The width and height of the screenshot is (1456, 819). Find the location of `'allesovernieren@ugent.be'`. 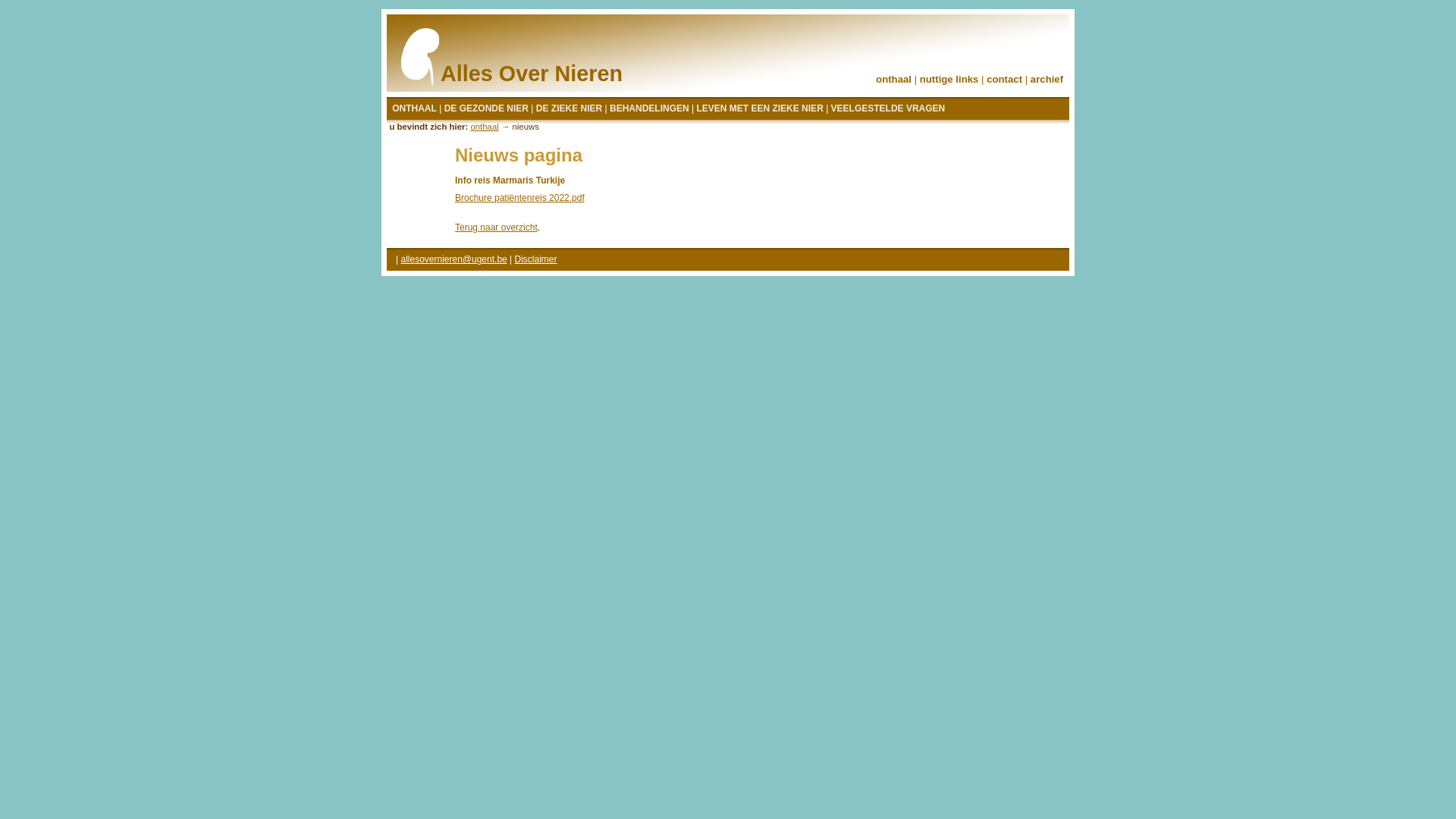

'allesovernieren@ugent.be' is located at coordinates (400, 259).